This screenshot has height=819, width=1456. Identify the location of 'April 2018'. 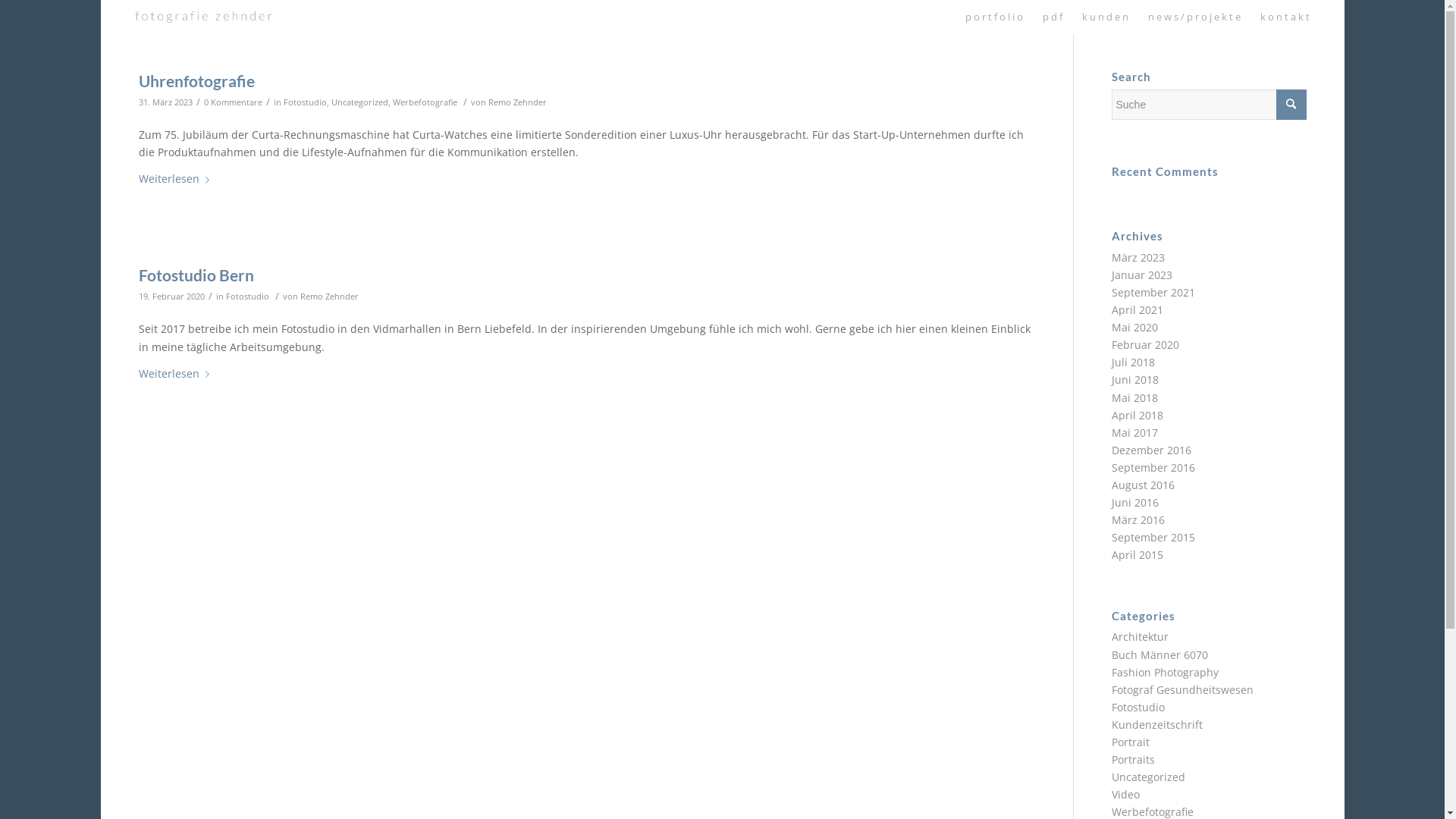
(1137, 415).